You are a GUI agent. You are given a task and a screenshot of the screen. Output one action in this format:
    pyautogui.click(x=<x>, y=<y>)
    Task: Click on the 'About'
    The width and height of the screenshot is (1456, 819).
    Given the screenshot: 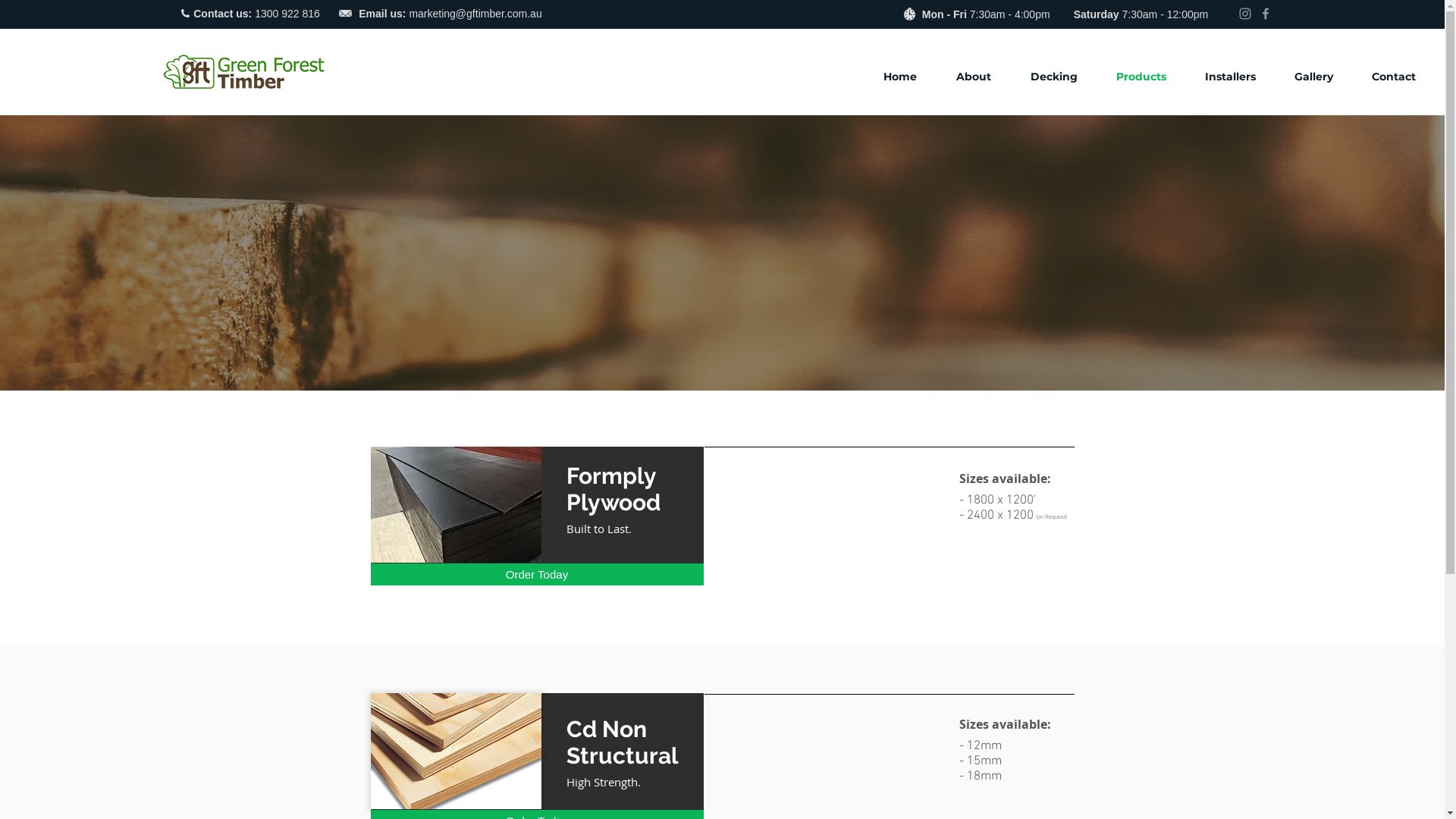 What is the action you would take?
    pyautogui.click(x=982, y=76)
    